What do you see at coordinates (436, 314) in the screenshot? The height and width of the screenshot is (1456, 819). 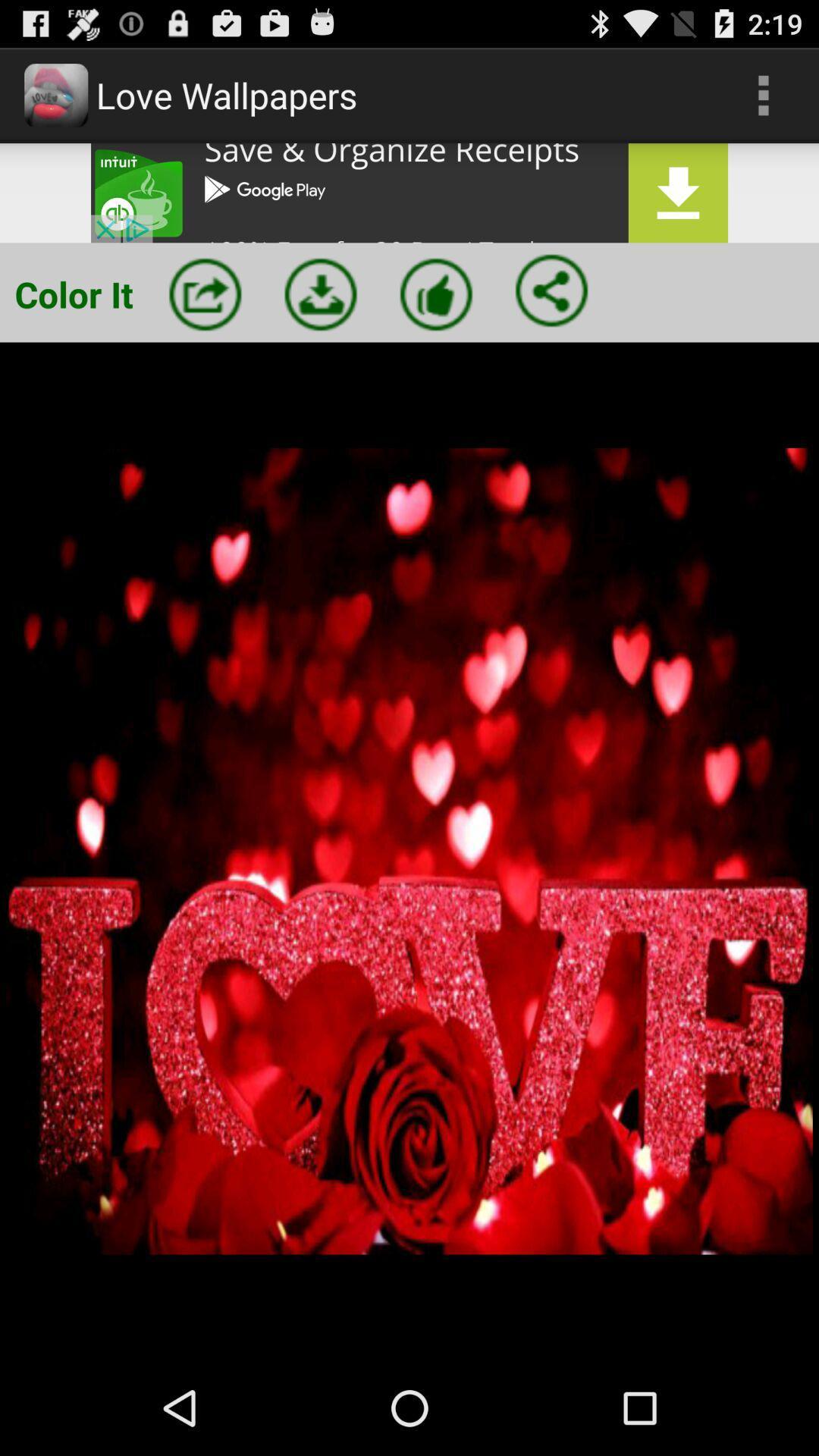 I see `the thumbs_up icon` at bounding box center [436, 314].